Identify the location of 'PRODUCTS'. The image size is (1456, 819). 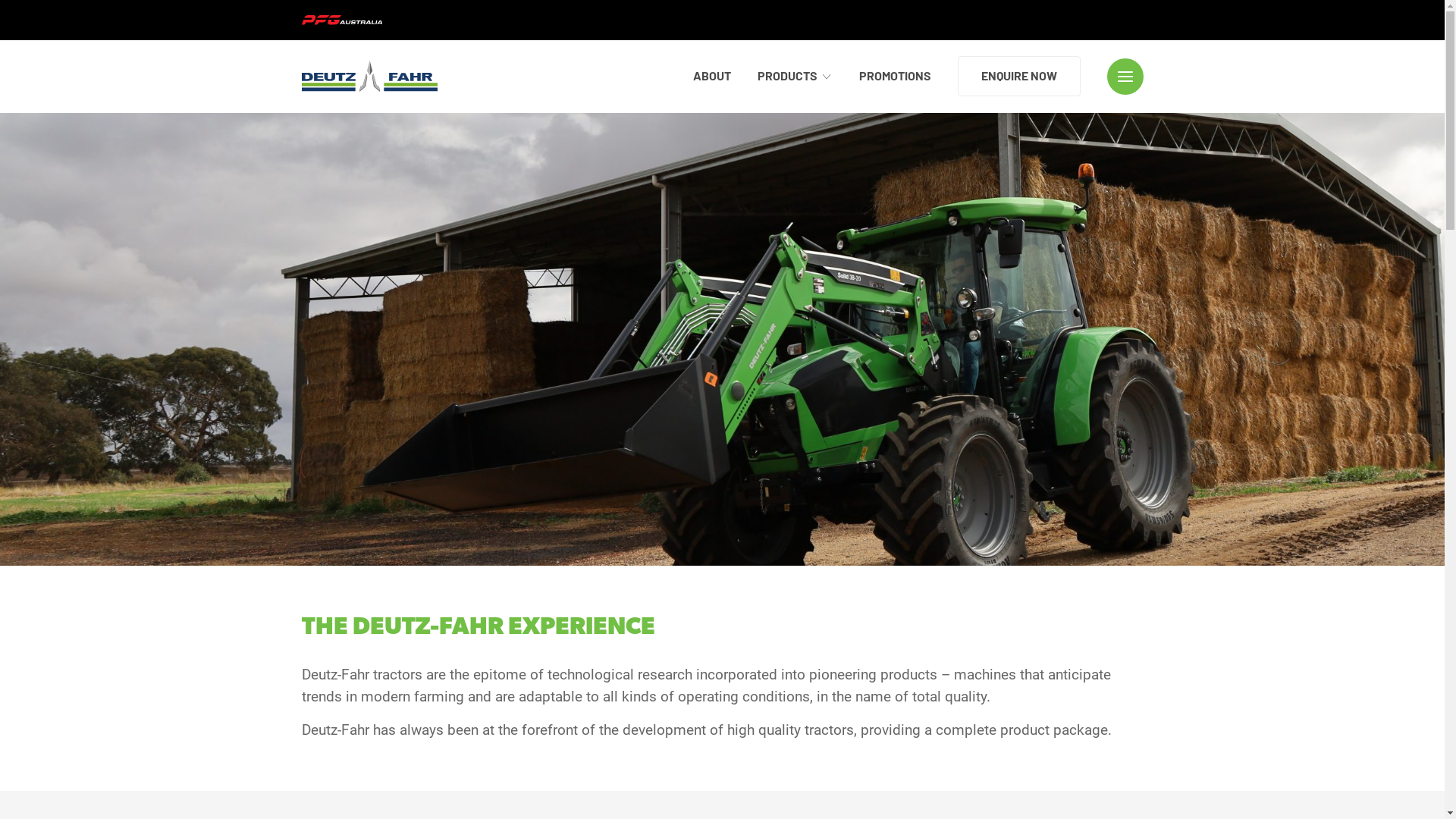
(793, 76).